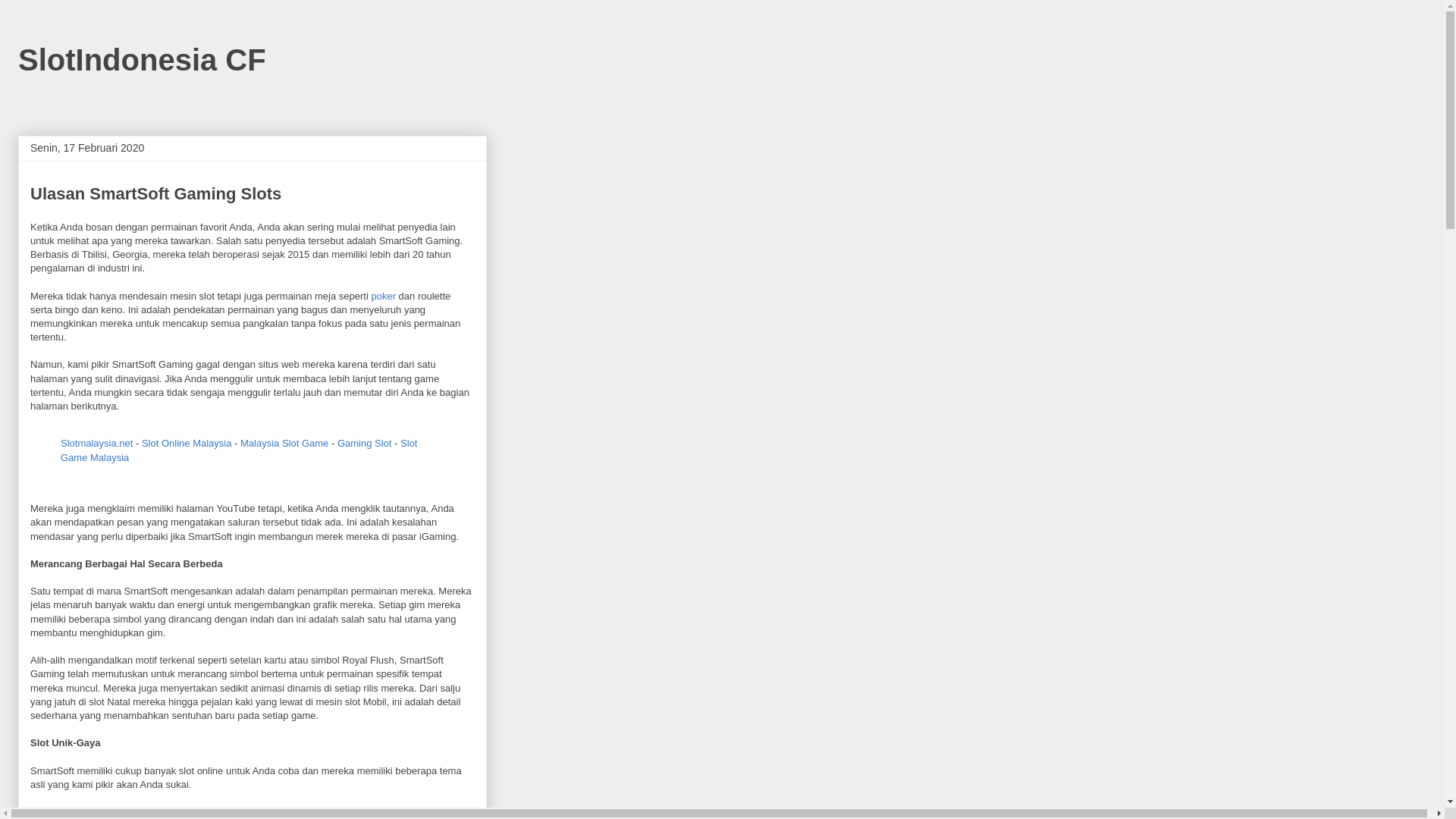  Describe the element at coordinates (96, 443) in the screenshot. I see `'Slotmalaysia.net'` at that location.